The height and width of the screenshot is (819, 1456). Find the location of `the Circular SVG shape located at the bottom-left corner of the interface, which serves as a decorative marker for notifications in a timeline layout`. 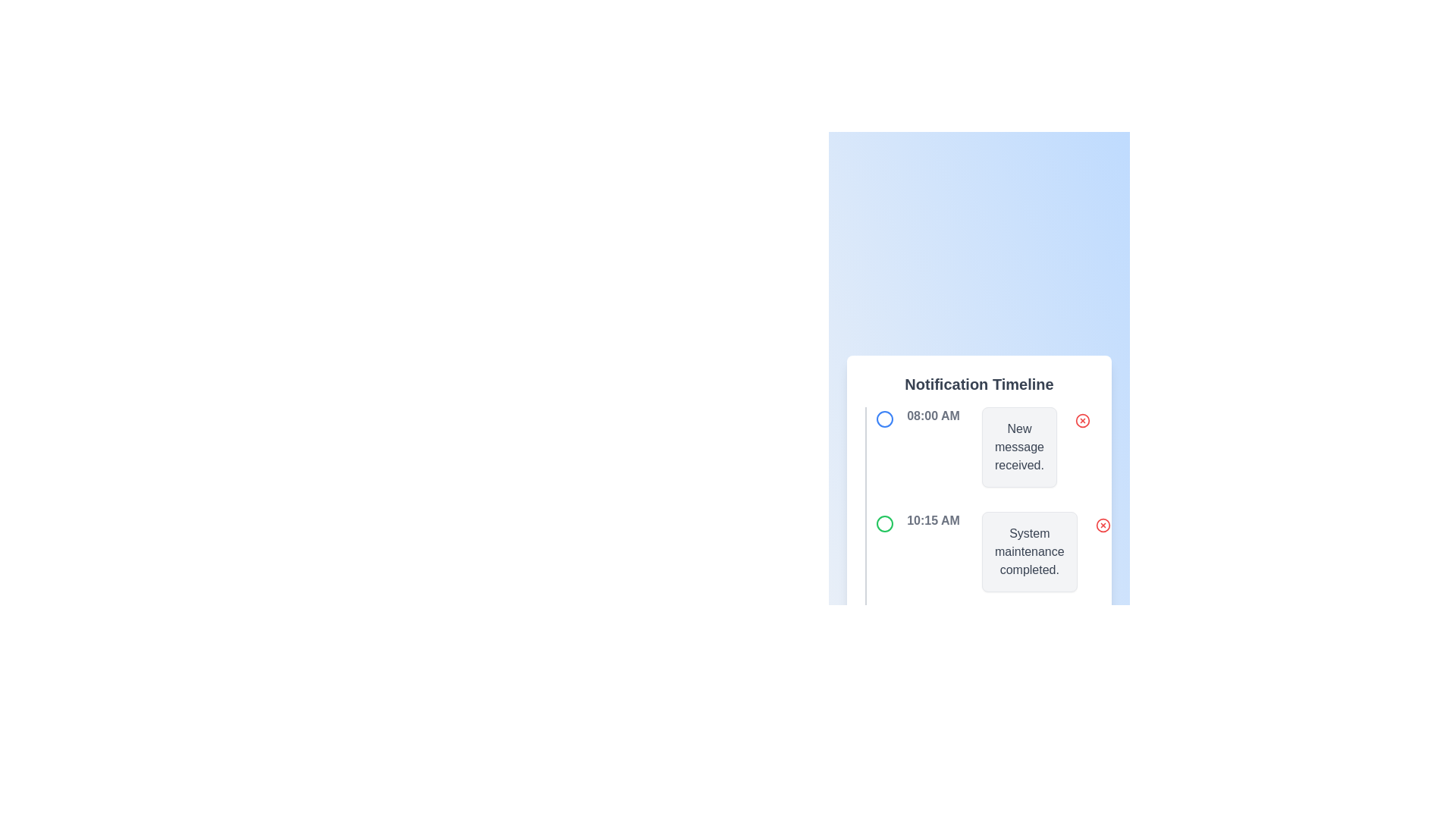

the Circular SVG shape located at the bottom-left corner of the interface, which serves as a decorative marker for notifications in a timeline layout is located at coordinates (884, 629).